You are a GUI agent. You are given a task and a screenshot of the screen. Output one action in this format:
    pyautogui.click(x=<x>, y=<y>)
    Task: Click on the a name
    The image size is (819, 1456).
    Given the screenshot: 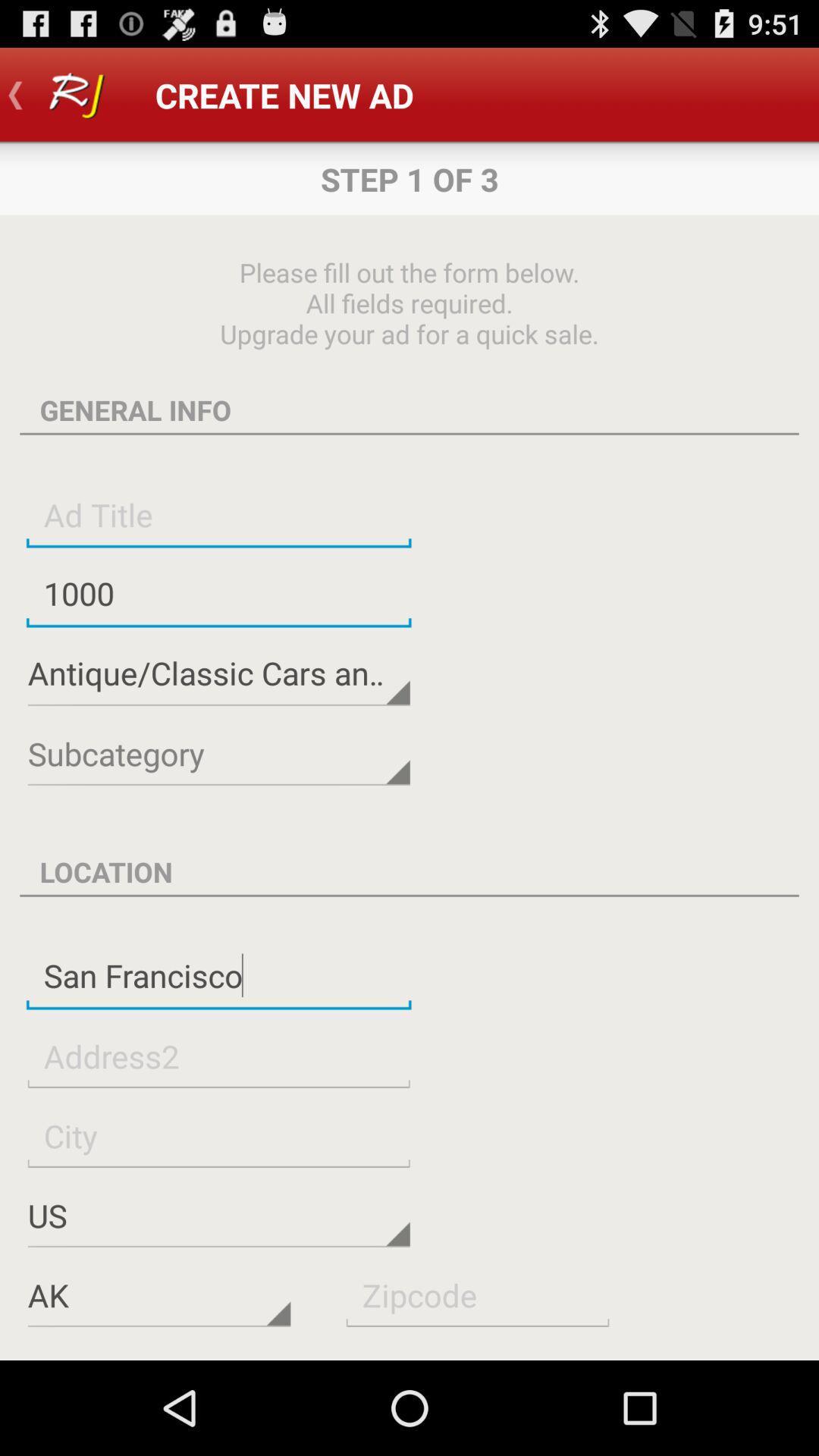 What is the action you would take?
    pyautogui.click(x=218, y=514)
    